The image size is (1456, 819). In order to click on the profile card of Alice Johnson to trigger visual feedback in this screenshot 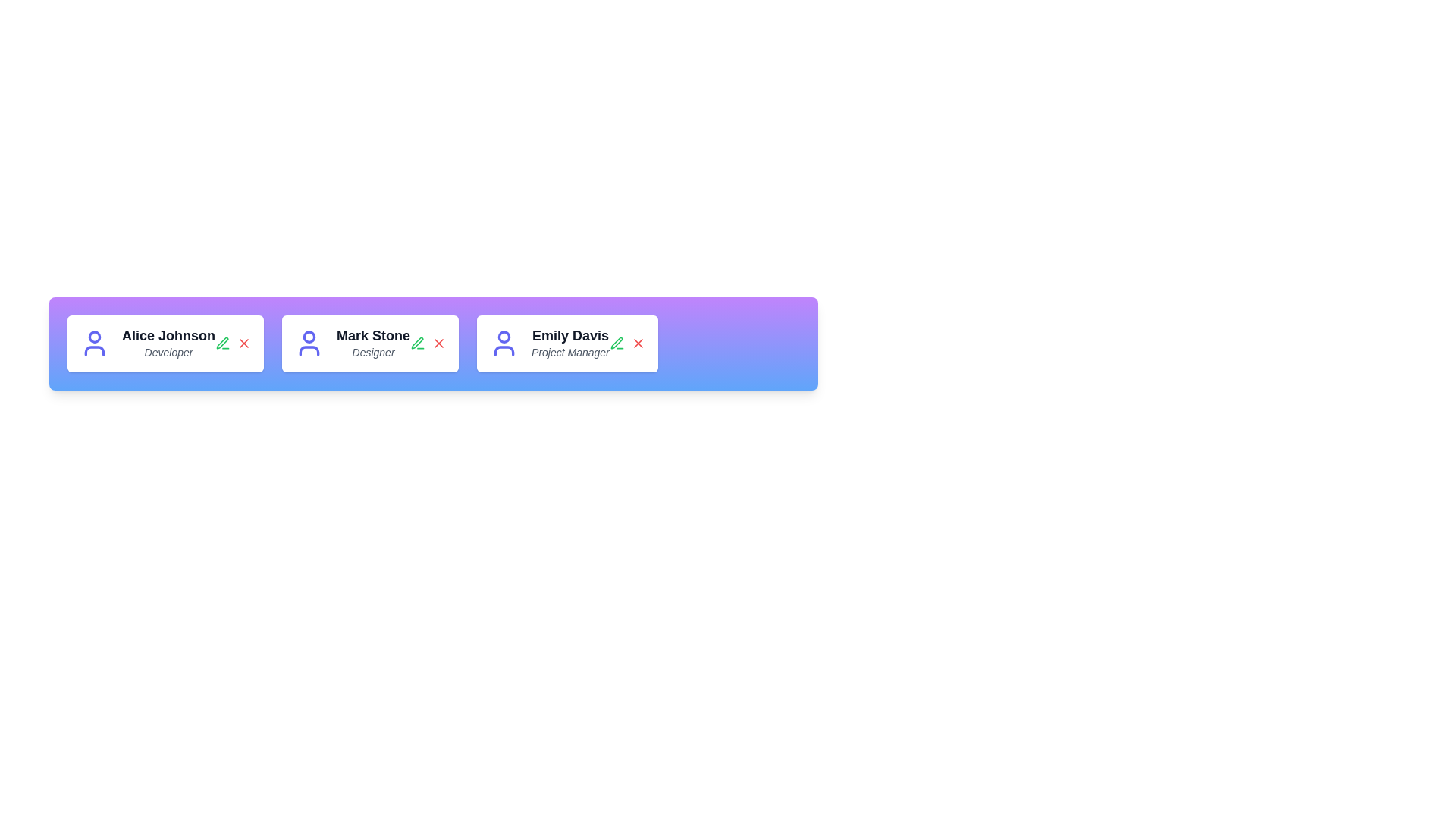, I will do `click(165, 343)`.